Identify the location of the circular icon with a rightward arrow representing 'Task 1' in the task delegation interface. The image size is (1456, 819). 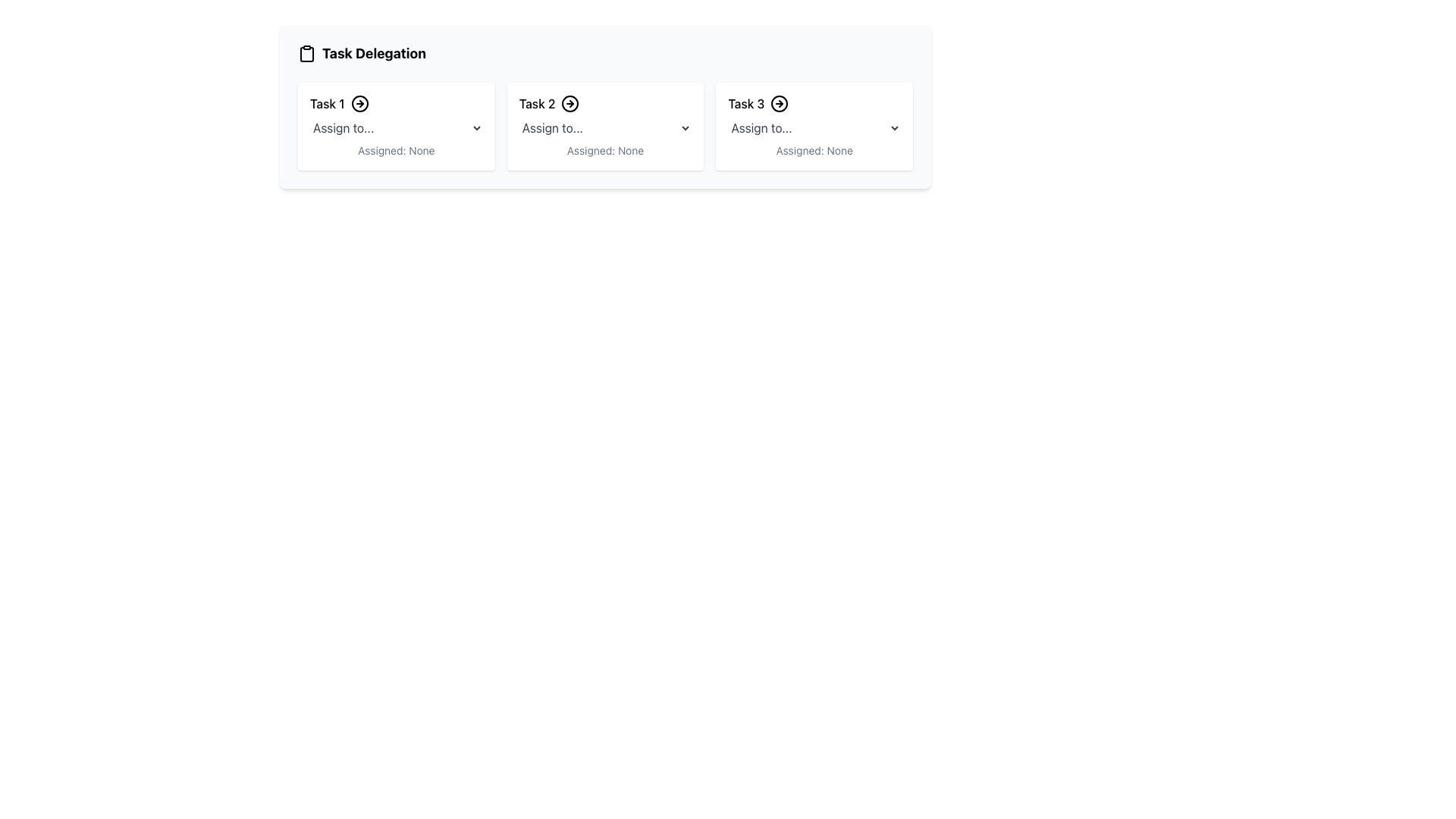
(359, 103).